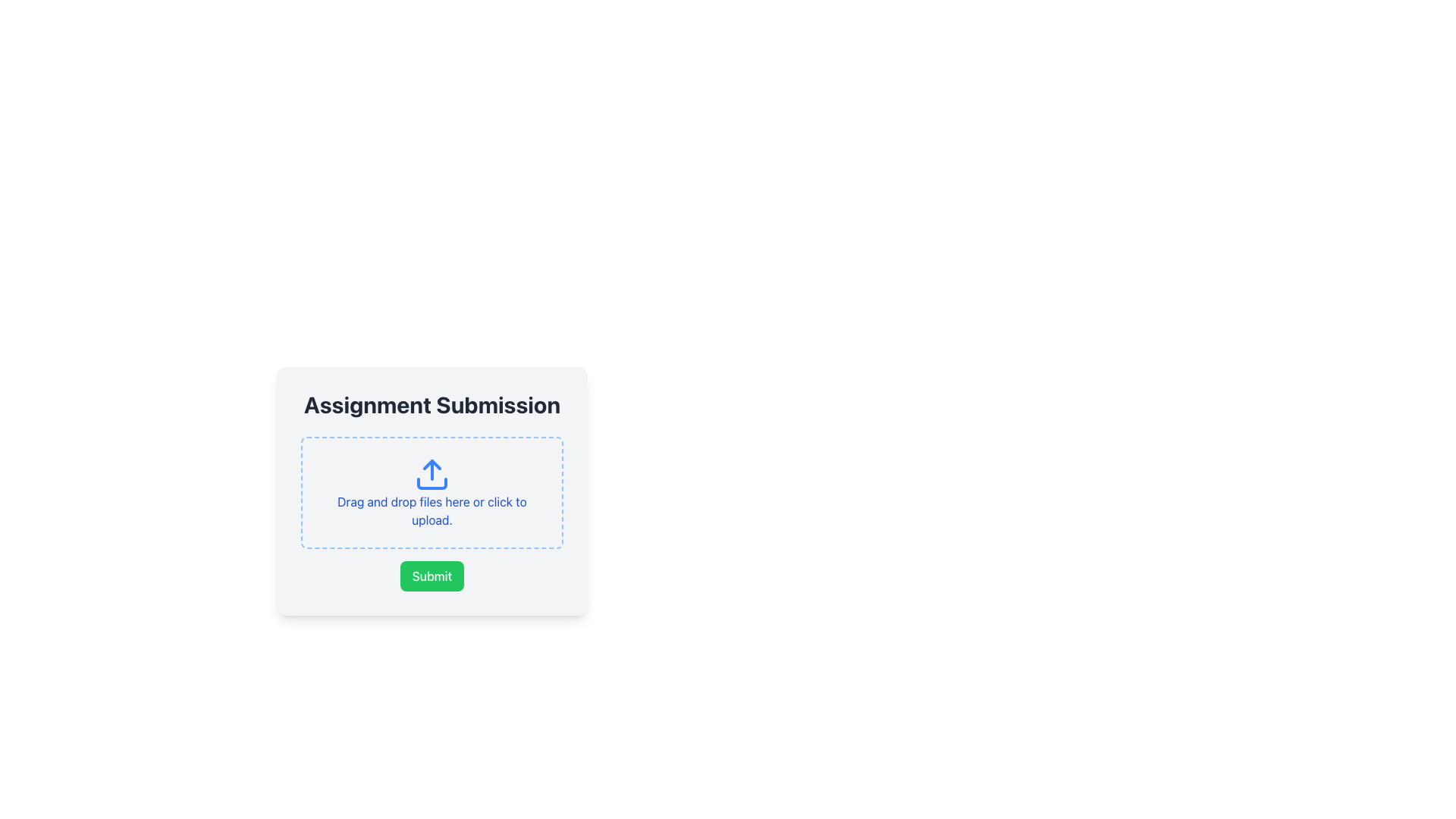 The image size is (1456, 819). What do you see at coordinates (431, 464) in the screenshot?
I see `the polygonal shape of the upload icon, which is positioned at the top-center above the vertical line component` at bounding box center [431, 464].